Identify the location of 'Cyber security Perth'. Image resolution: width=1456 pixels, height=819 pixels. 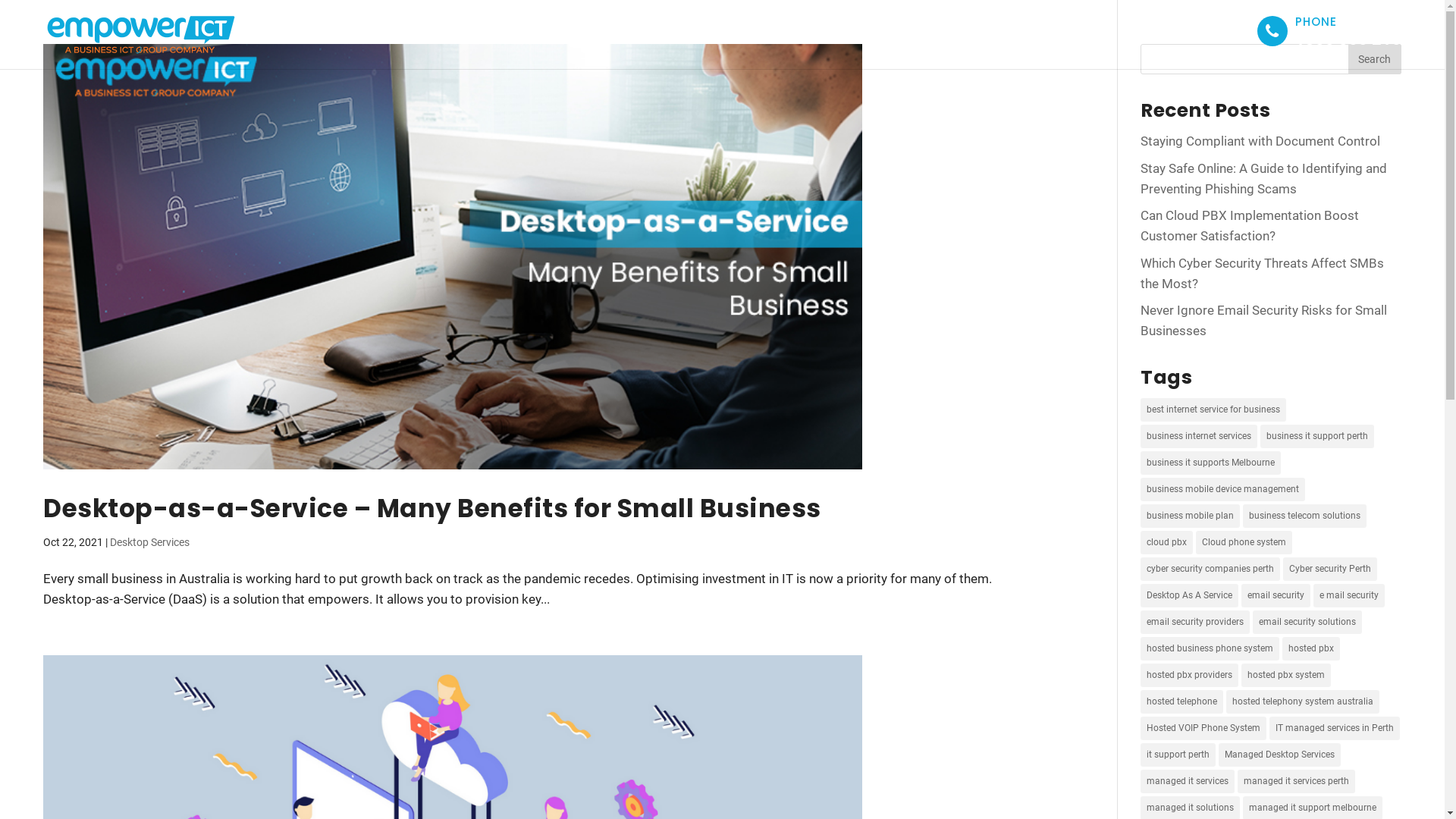
(1329, 569).